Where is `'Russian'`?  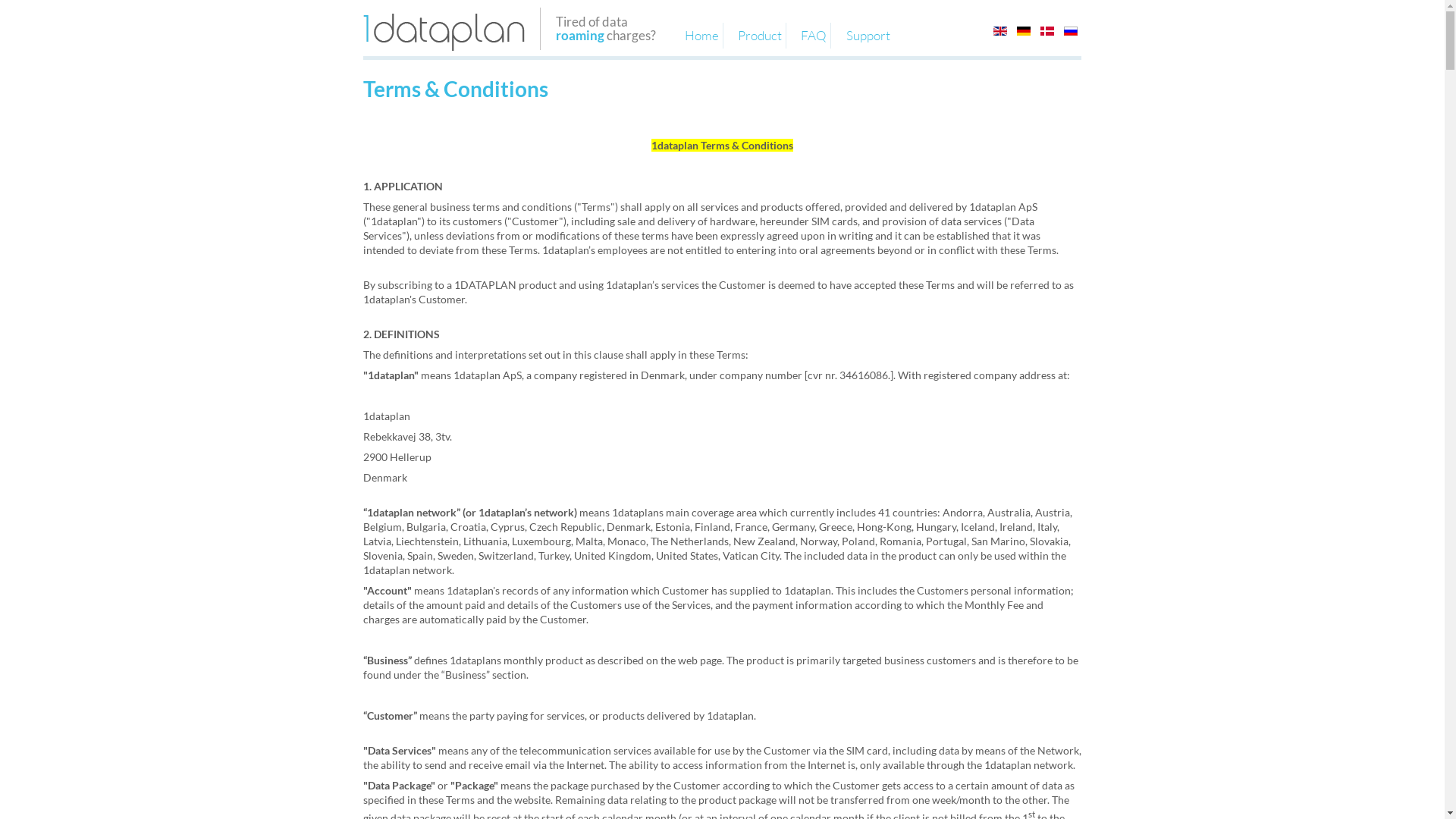 'Russian' is located at coordinates (1069, 31).